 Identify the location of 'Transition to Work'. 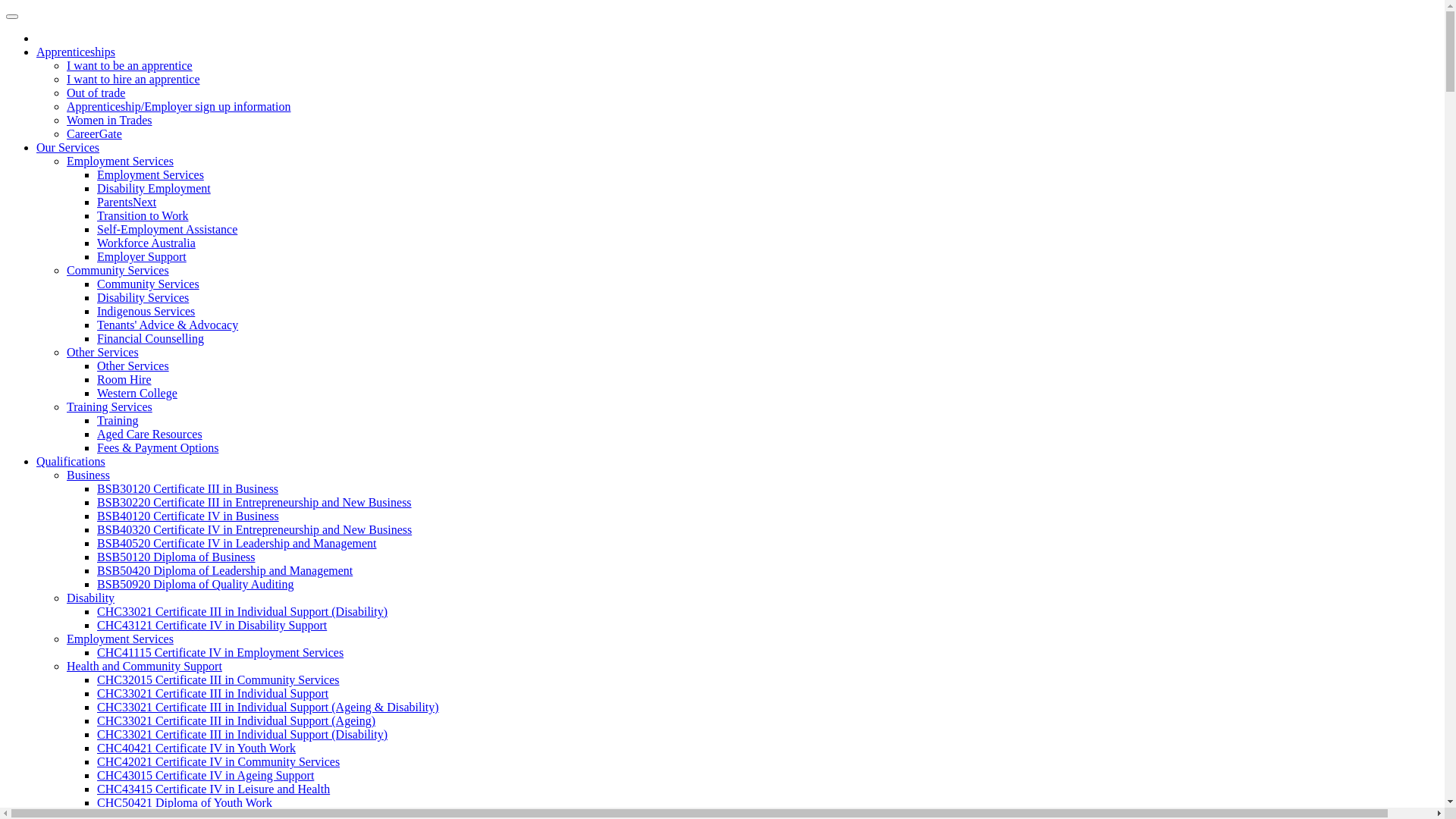
(143, 215).